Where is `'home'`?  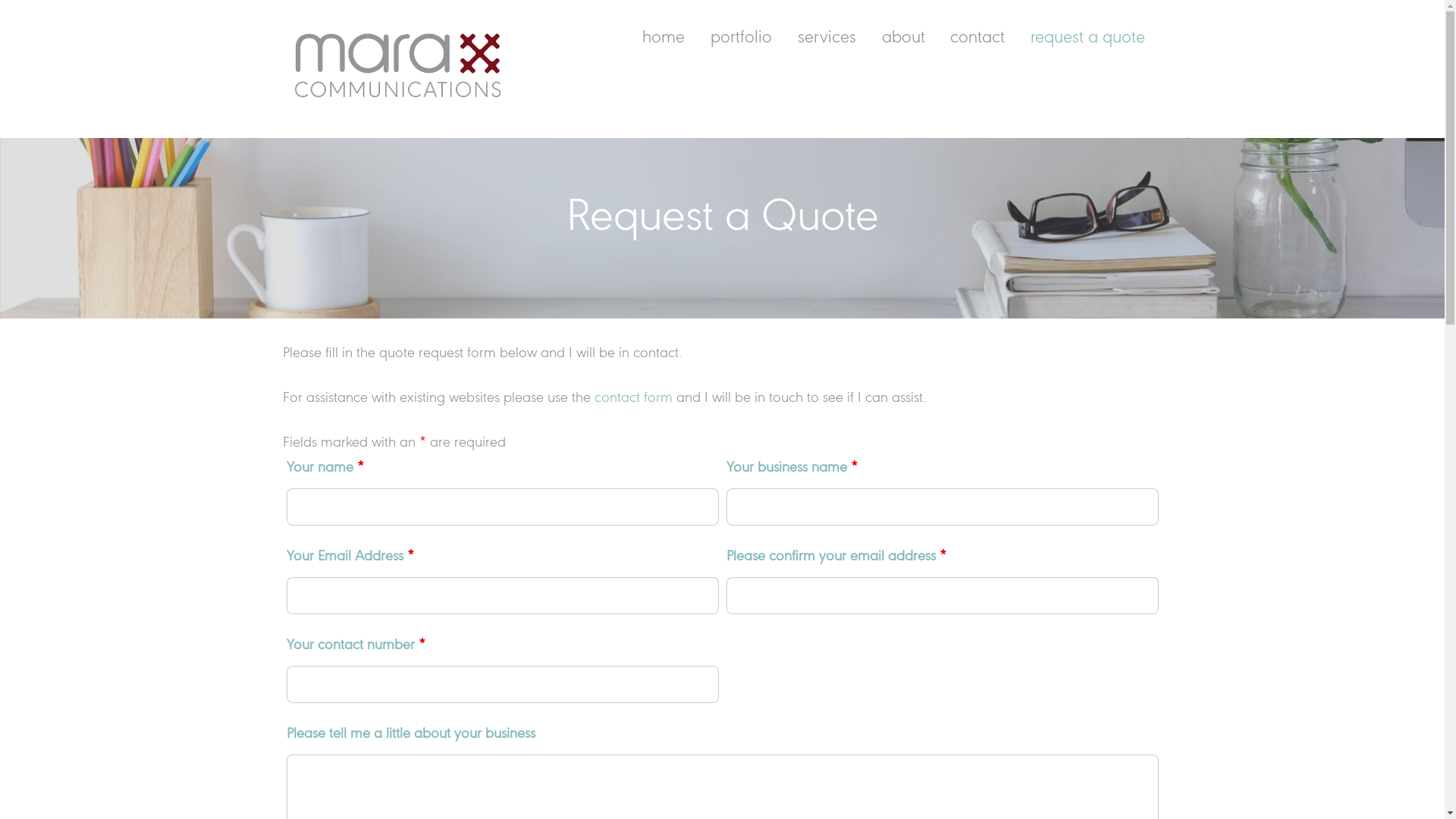
'home' is located at coordinates (664, 37).